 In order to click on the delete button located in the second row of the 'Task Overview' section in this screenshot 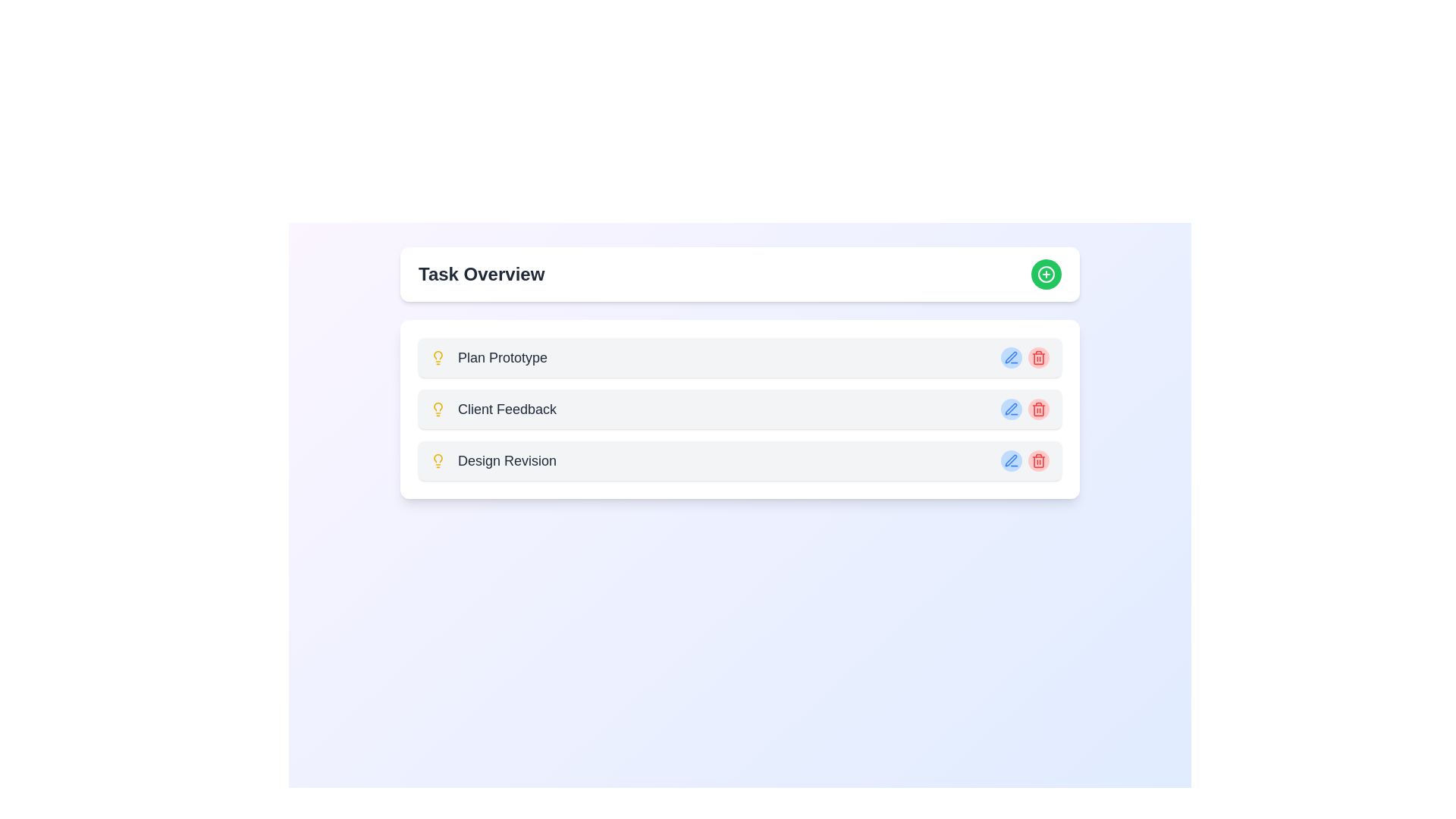, I will do `click(1037, 409)`.